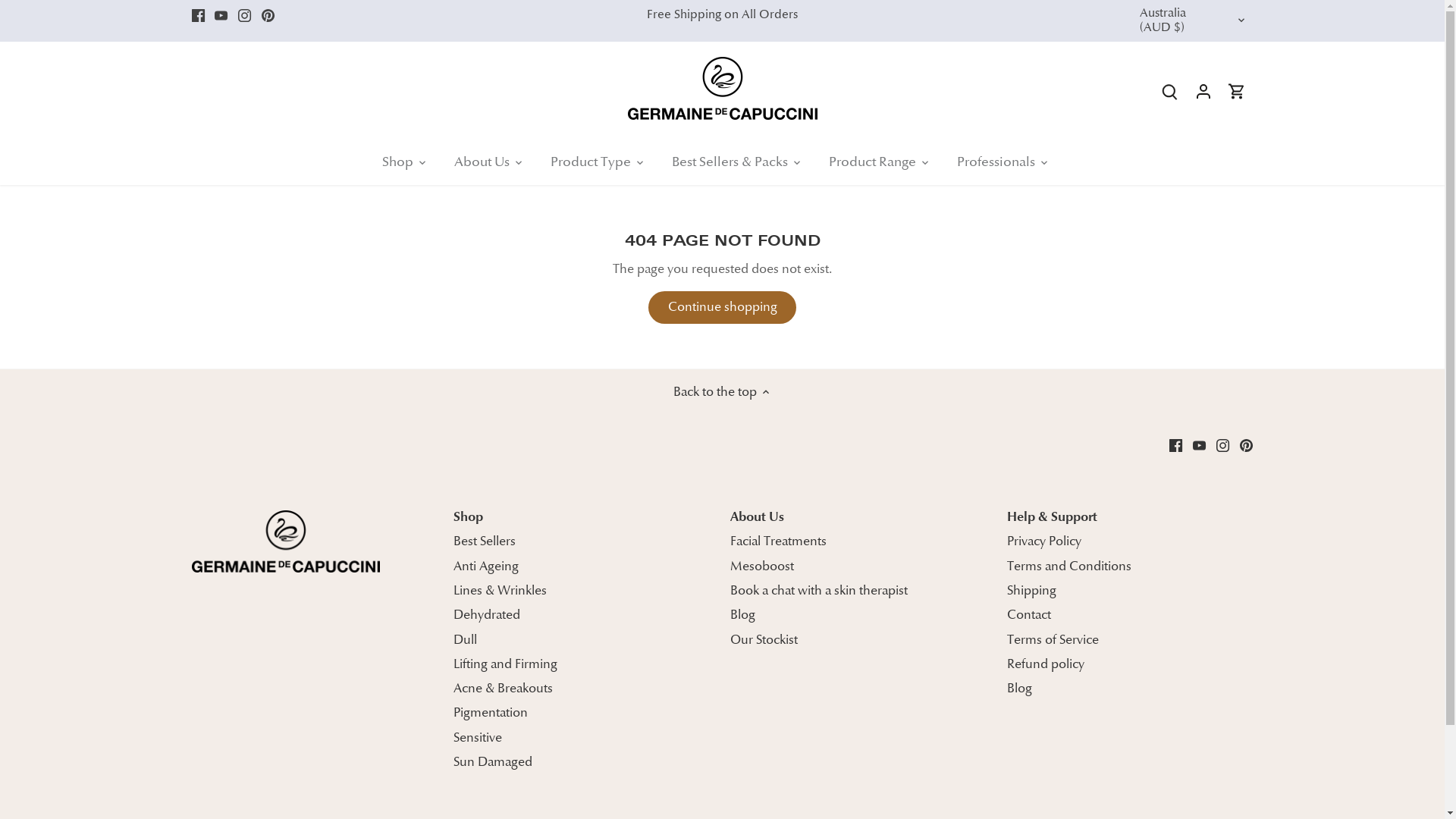  What do you see at coordinates (1007, 590) in the screenshot?
I see `'Shipping'` at bounding box center [1007, 590].